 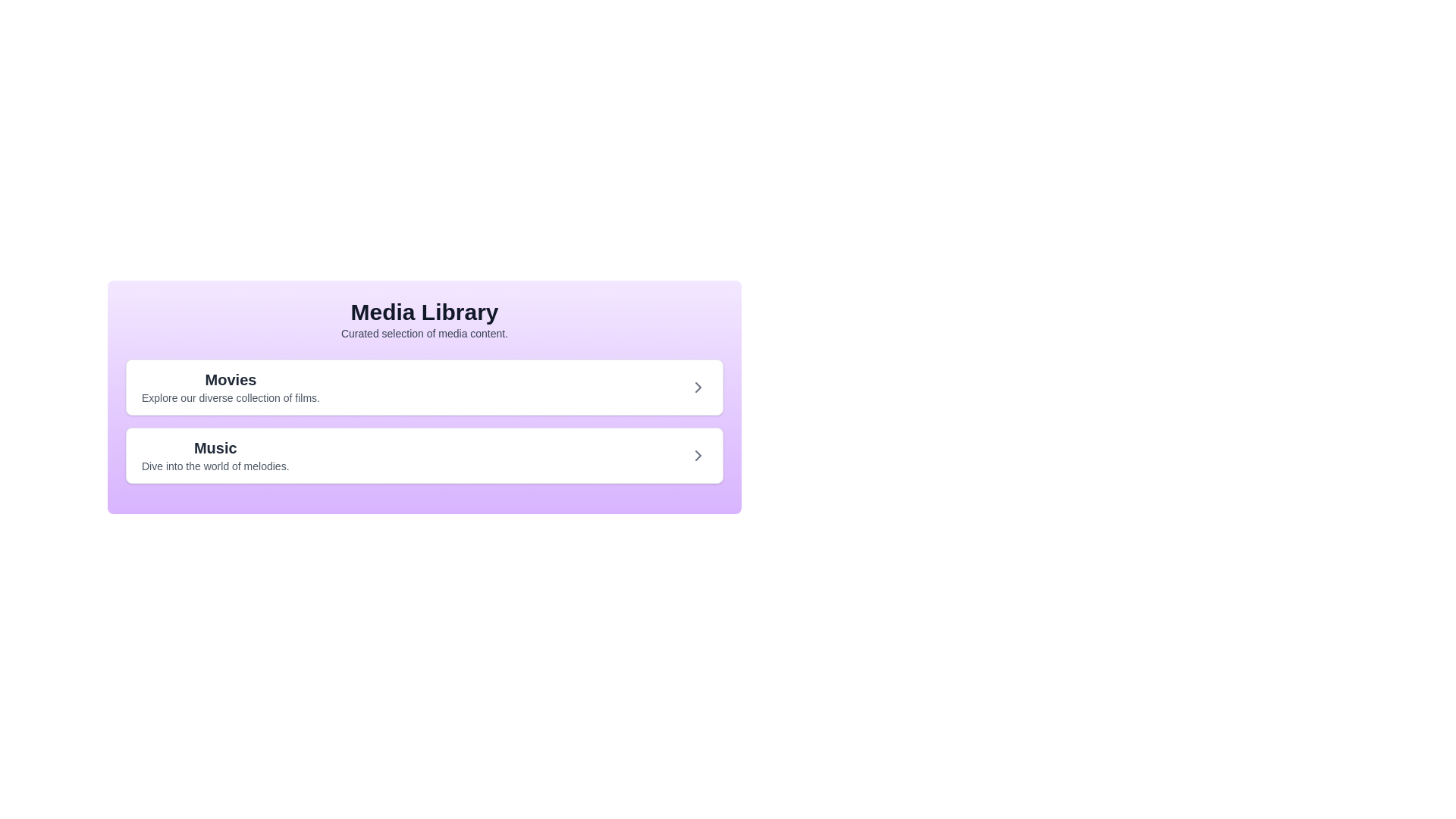 I want to click on the chevron icon located at the far-right edge of the 'Movies' card, so click(x=698, y=386).